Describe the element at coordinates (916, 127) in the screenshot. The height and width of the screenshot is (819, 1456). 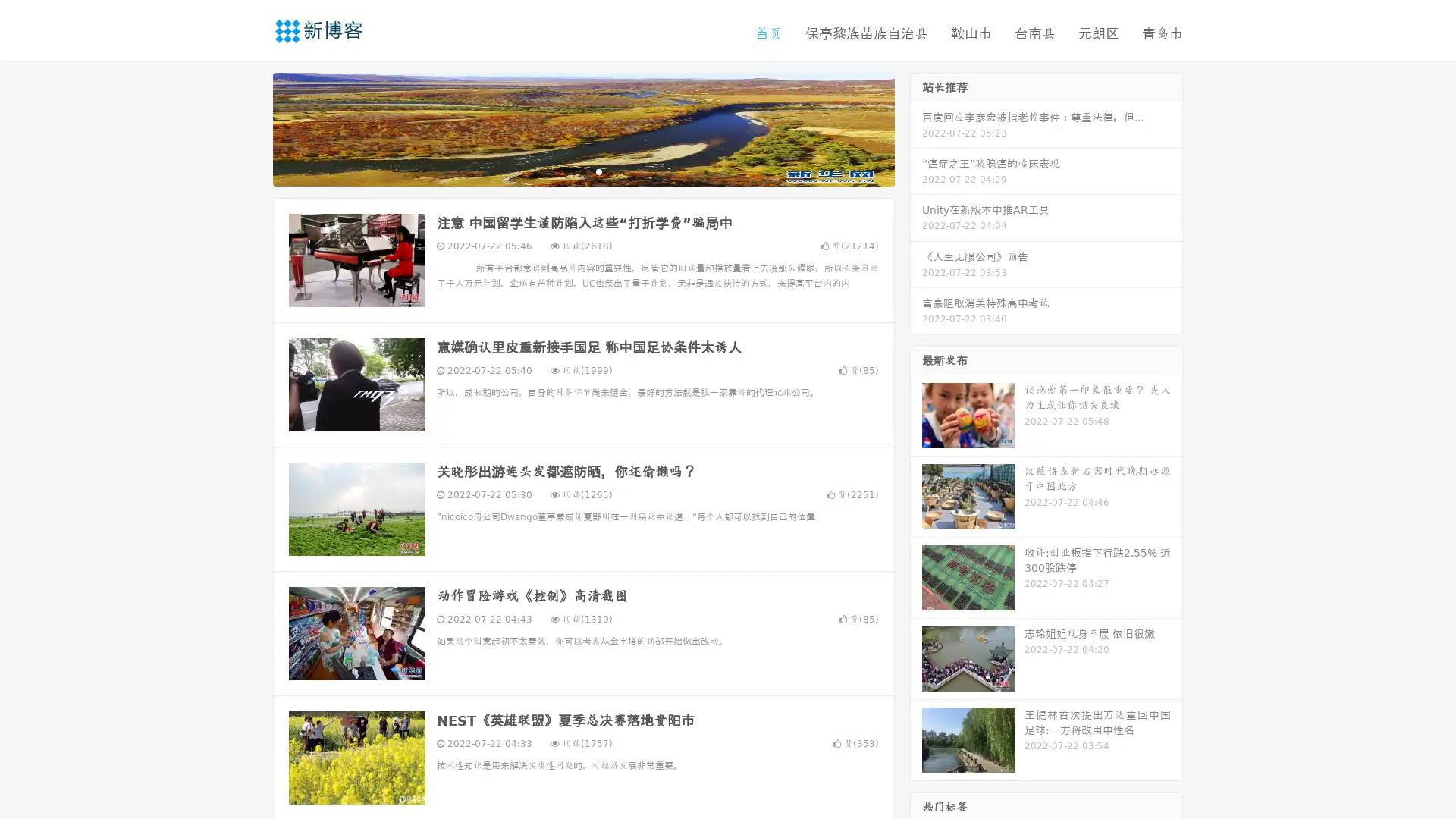
I see `Next slide` at that location.